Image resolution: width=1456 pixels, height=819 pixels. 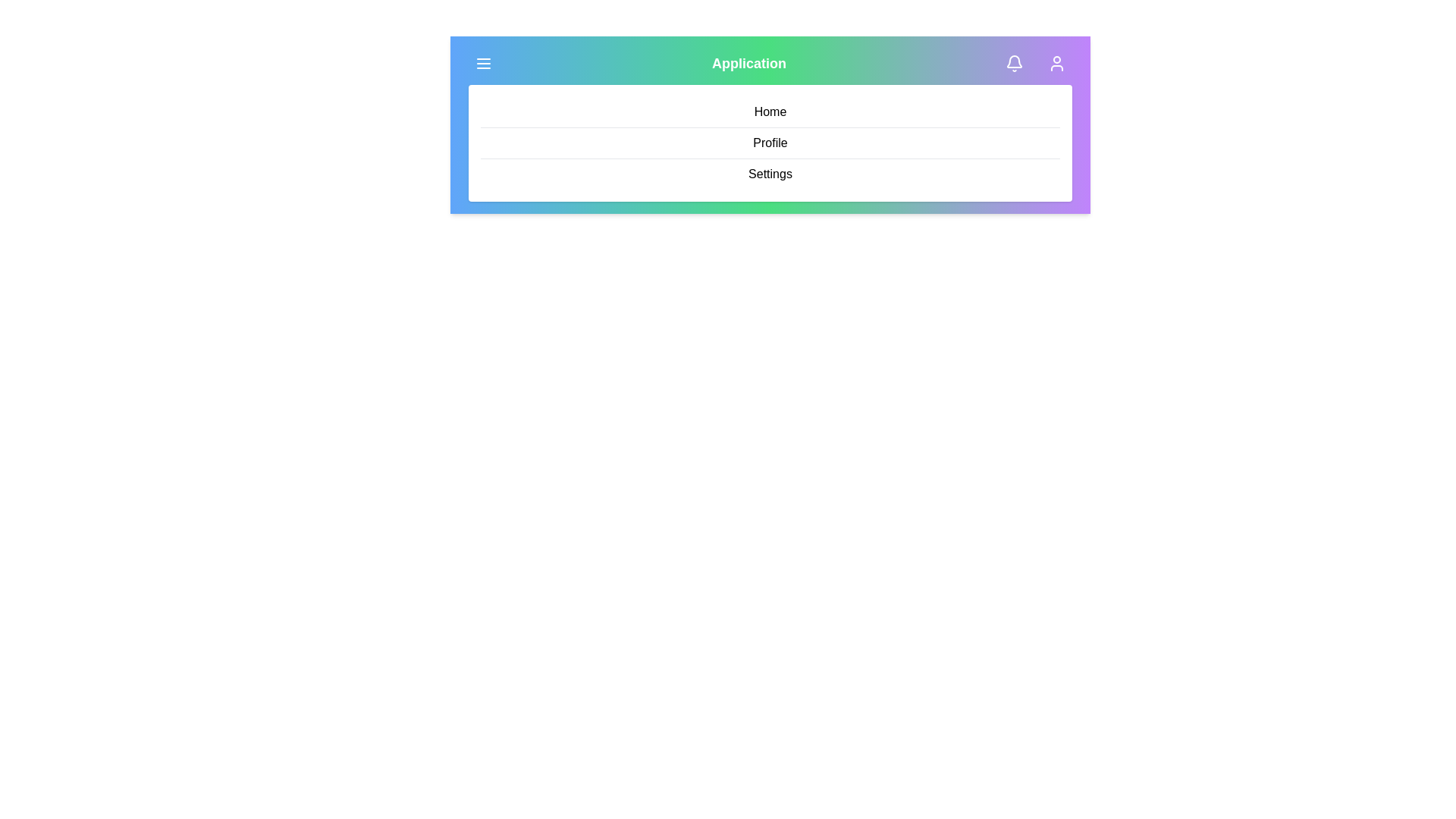 I want to click on the menu item Home from the options Home, Profile, and Settings, so click(x=770, y=111).